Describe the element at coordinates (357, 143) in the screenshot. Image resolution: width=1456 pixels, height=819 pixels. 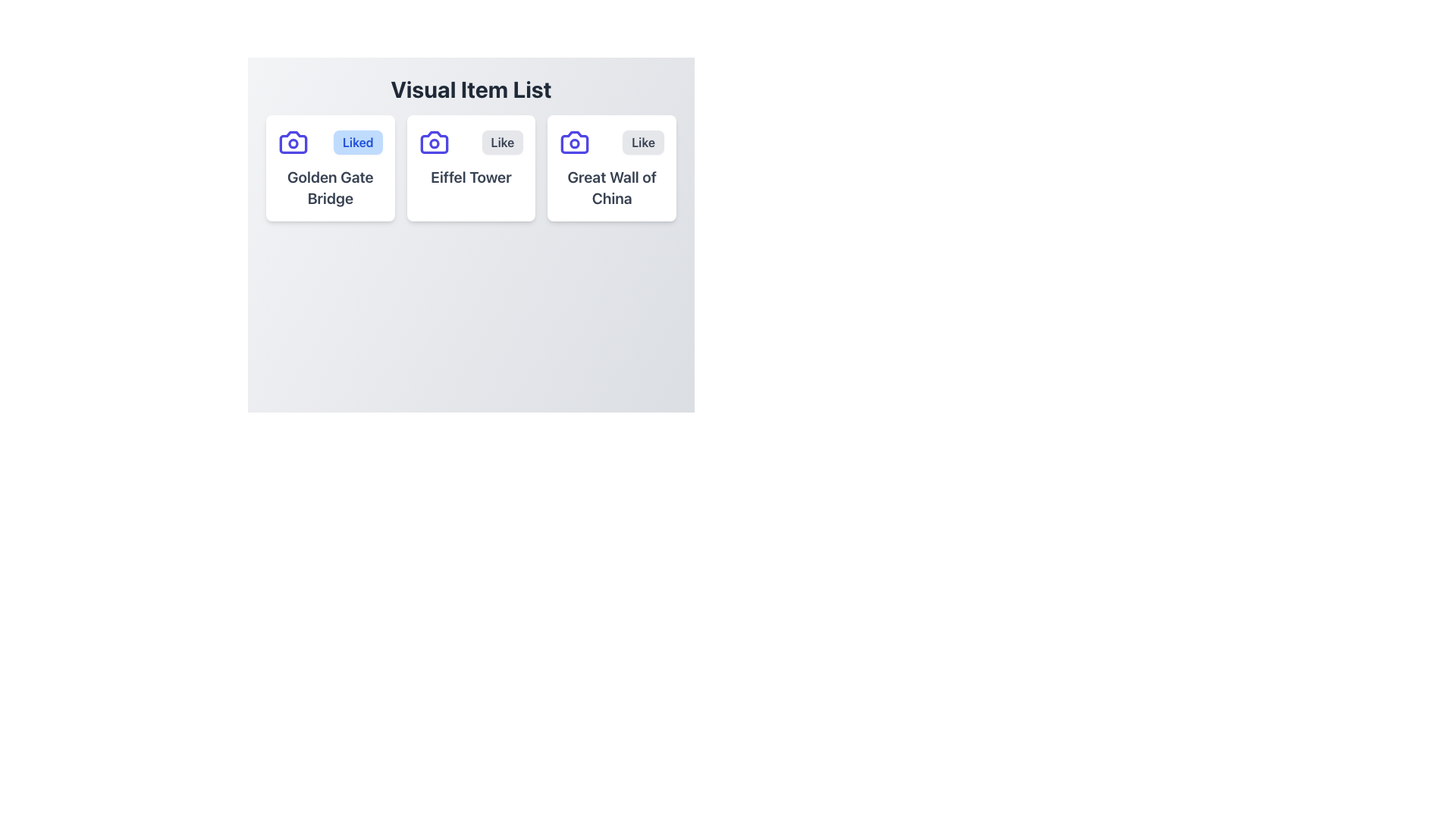
I see `the button that confirms a 'Liked' status for the content associated with the text 'Golden Gate Bridge' in the top-left card of the list layout` at that location.